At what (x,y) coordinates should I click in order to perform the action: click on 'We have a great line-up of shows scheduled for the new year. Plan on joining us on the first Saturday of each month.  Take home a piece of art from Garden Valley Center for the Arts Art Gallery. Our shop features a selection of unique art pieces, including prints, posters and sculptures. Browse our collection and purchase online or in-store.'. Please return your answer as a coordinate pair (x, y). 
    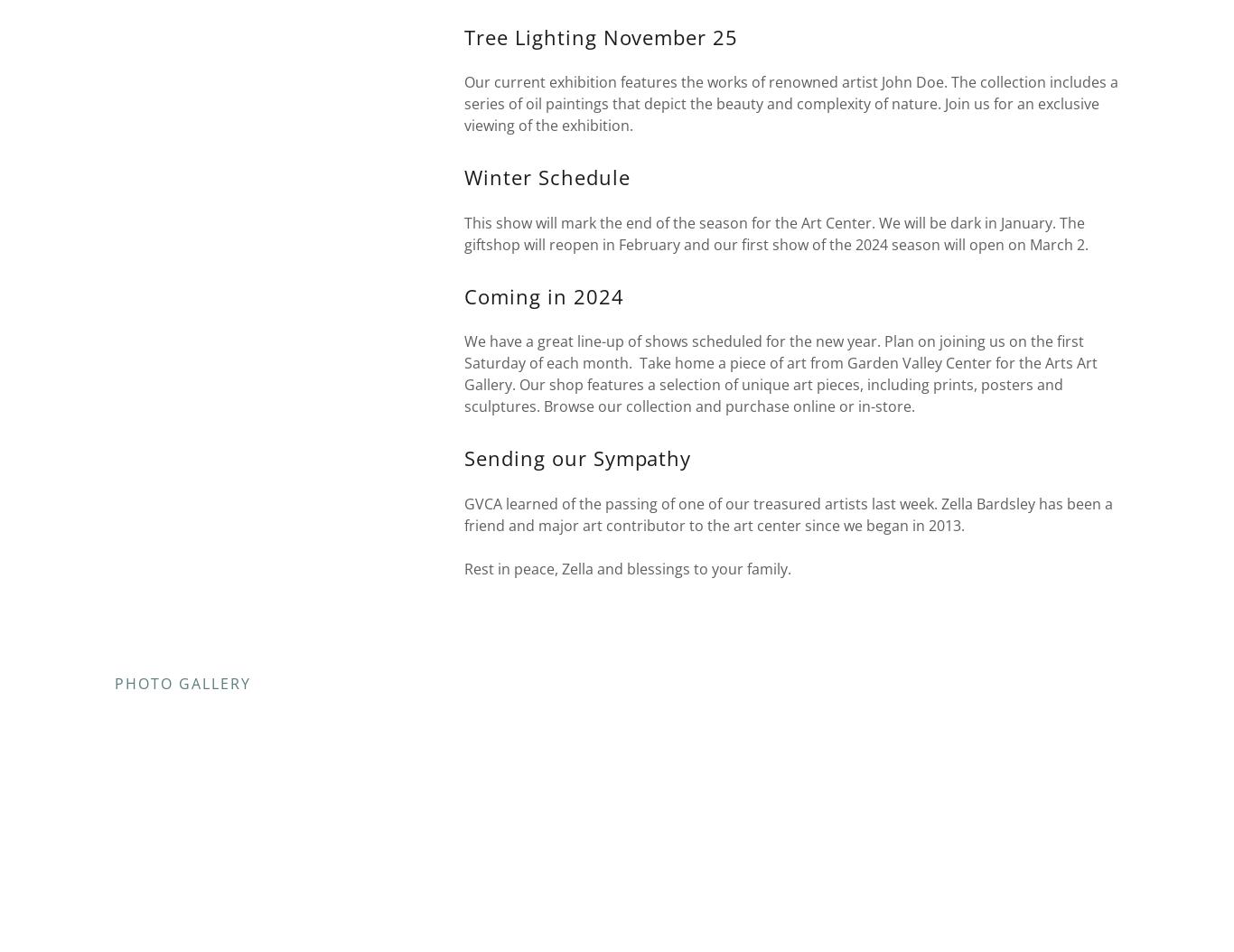
    Looking at the image, I should click on (779, 373).